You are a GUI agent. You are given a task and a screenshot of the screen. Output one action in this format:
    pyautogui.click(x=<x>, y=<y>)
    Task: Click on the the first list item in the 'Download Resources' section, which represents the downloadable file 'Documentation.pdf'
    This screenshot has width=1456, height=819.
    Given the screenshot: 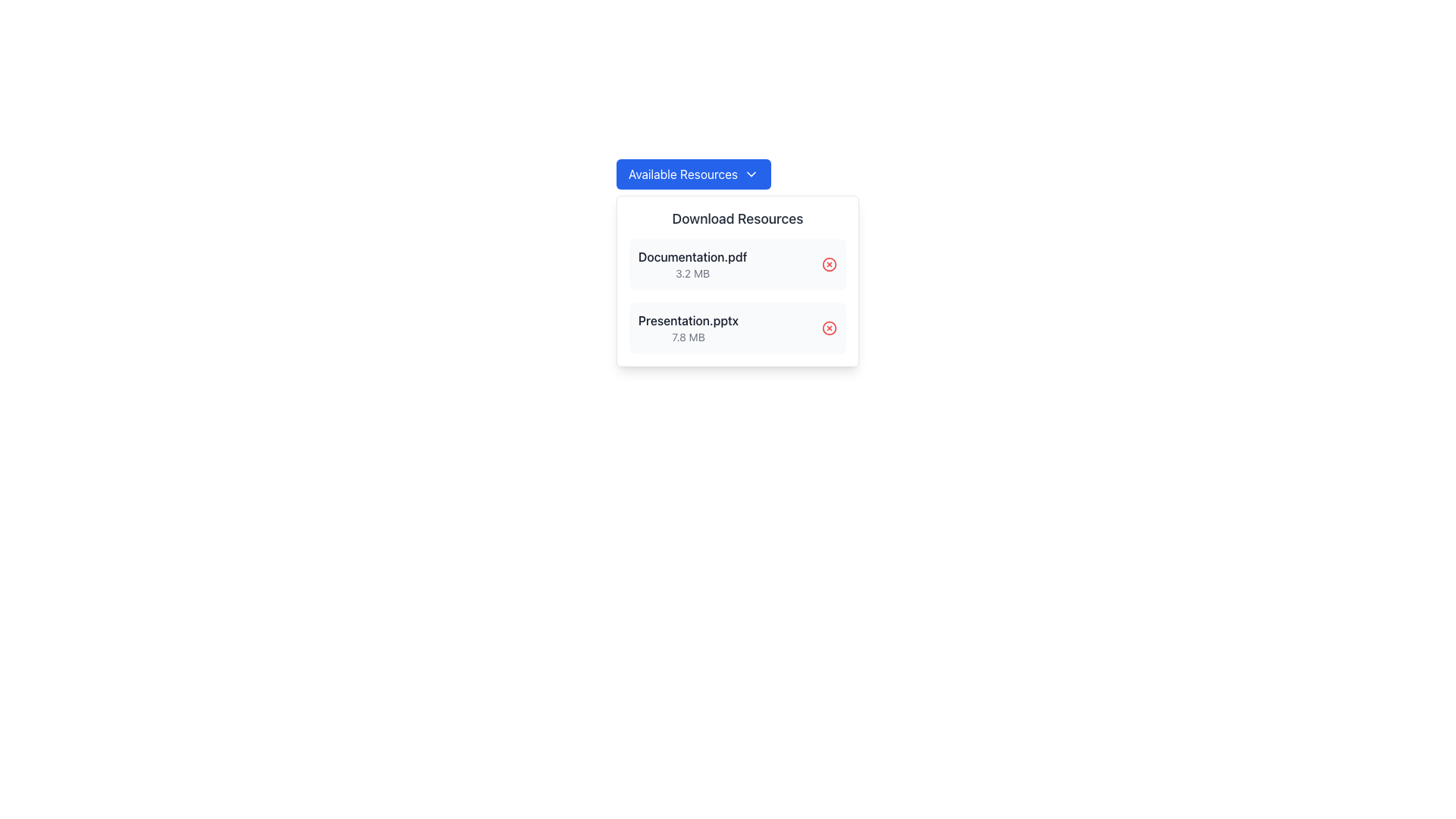 What is the action you would take?
    pyautogui.click(x=737, y=263)
    